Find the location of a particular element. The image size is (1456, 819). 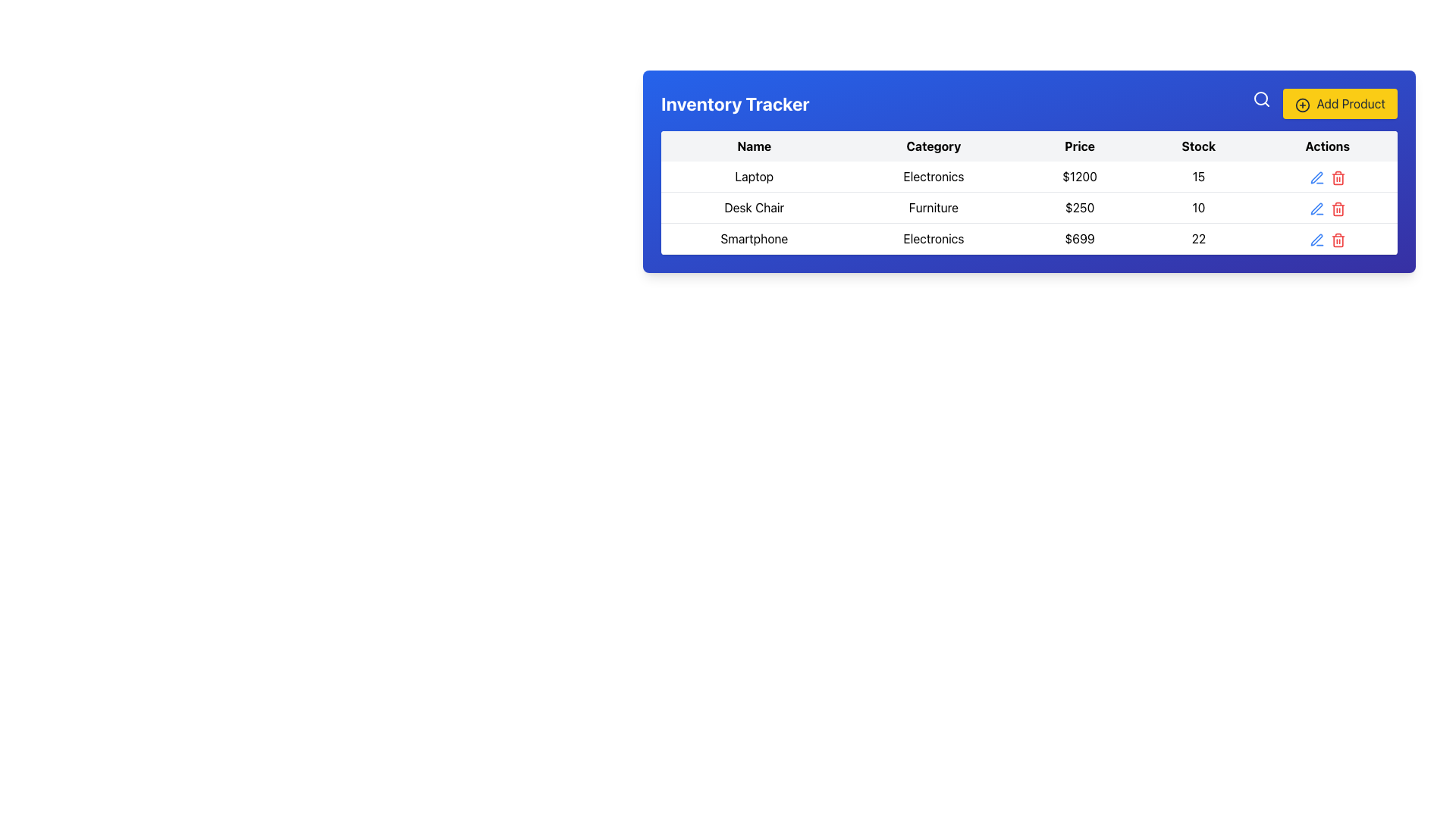

price displayed in the 'Price' column for the 'Desk Chair' row in the inventory table is located at coordinates (1079, 207).